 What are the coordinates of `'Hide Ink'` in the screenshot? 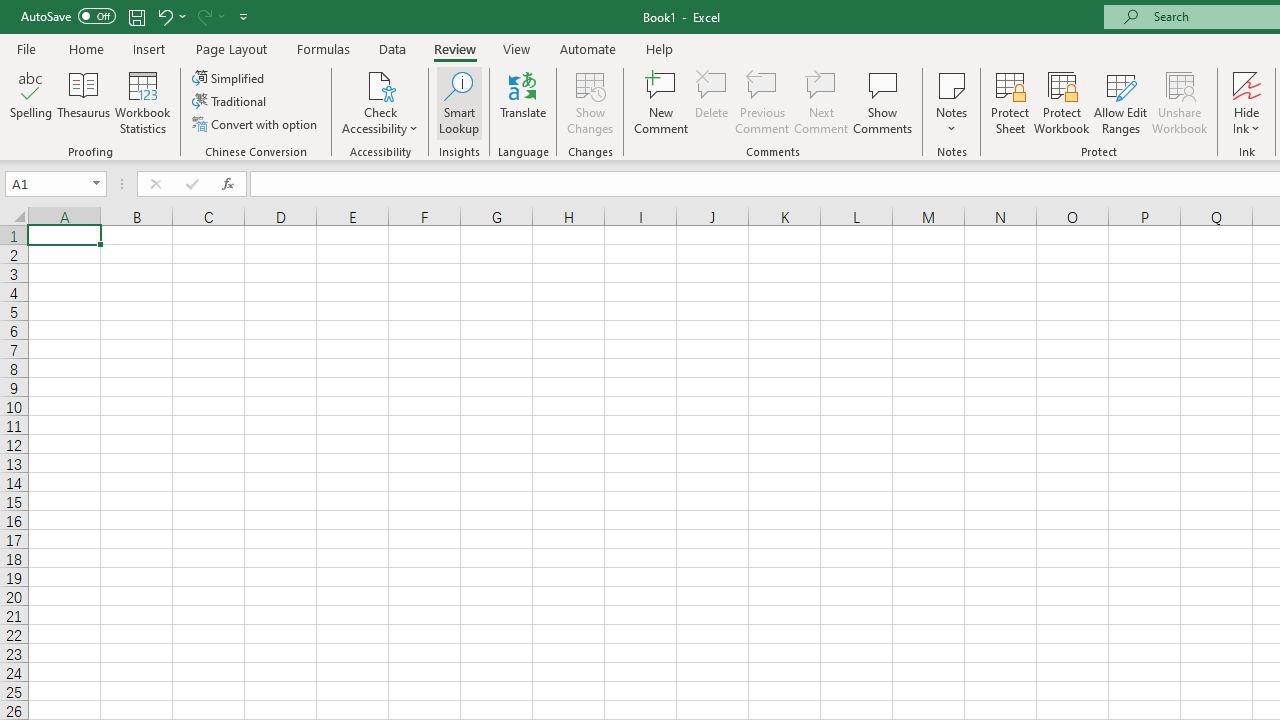 It's located at (1246, 84).